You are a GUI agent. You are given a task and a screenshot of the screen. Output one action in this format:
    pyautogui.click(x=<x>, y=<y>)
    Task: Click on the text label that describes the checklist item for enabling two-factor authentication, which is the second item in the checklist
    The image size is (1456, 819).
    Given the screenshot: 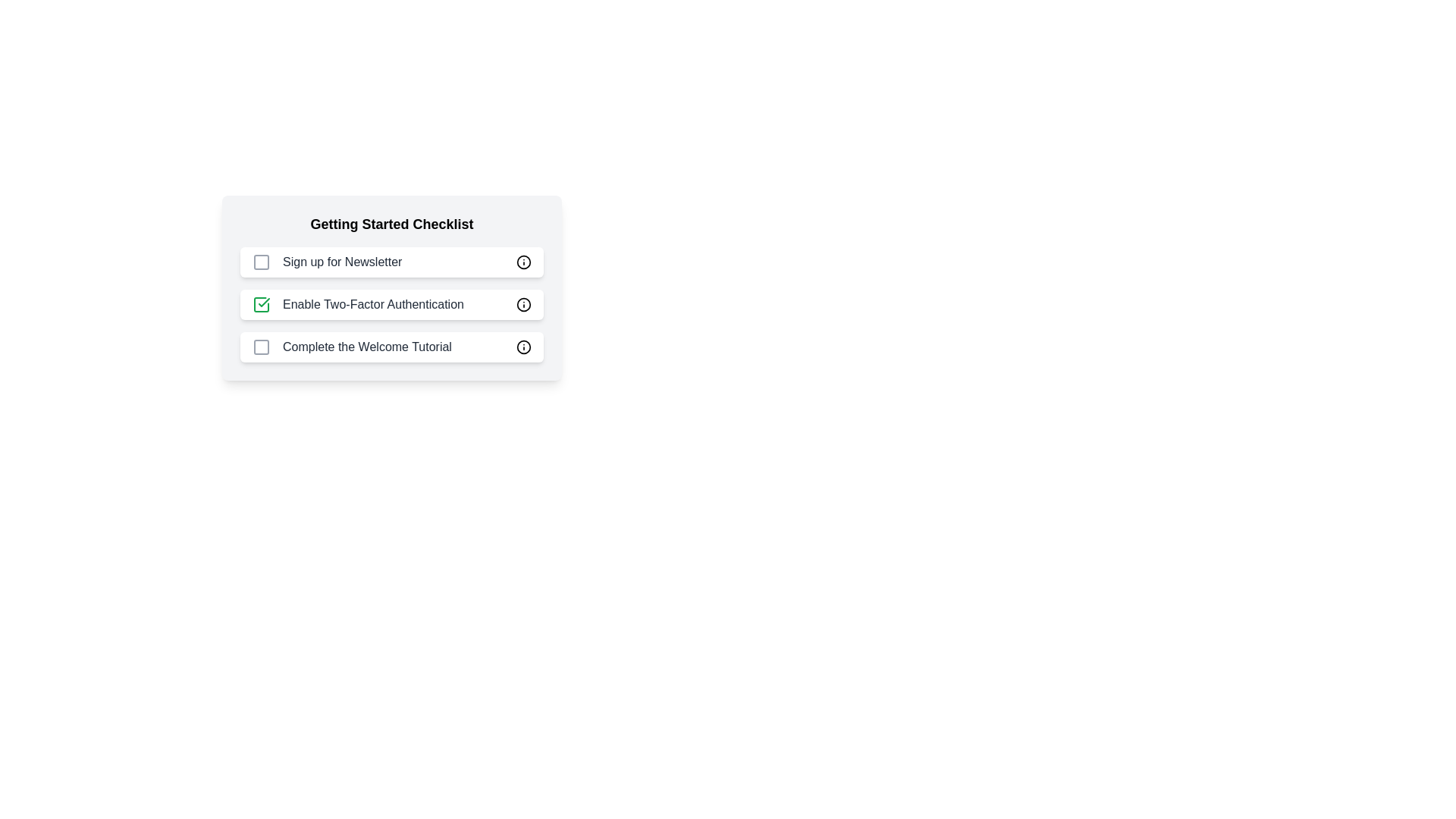 What is the action you would take?
    pyautogui.click(x=373, y=304)
    